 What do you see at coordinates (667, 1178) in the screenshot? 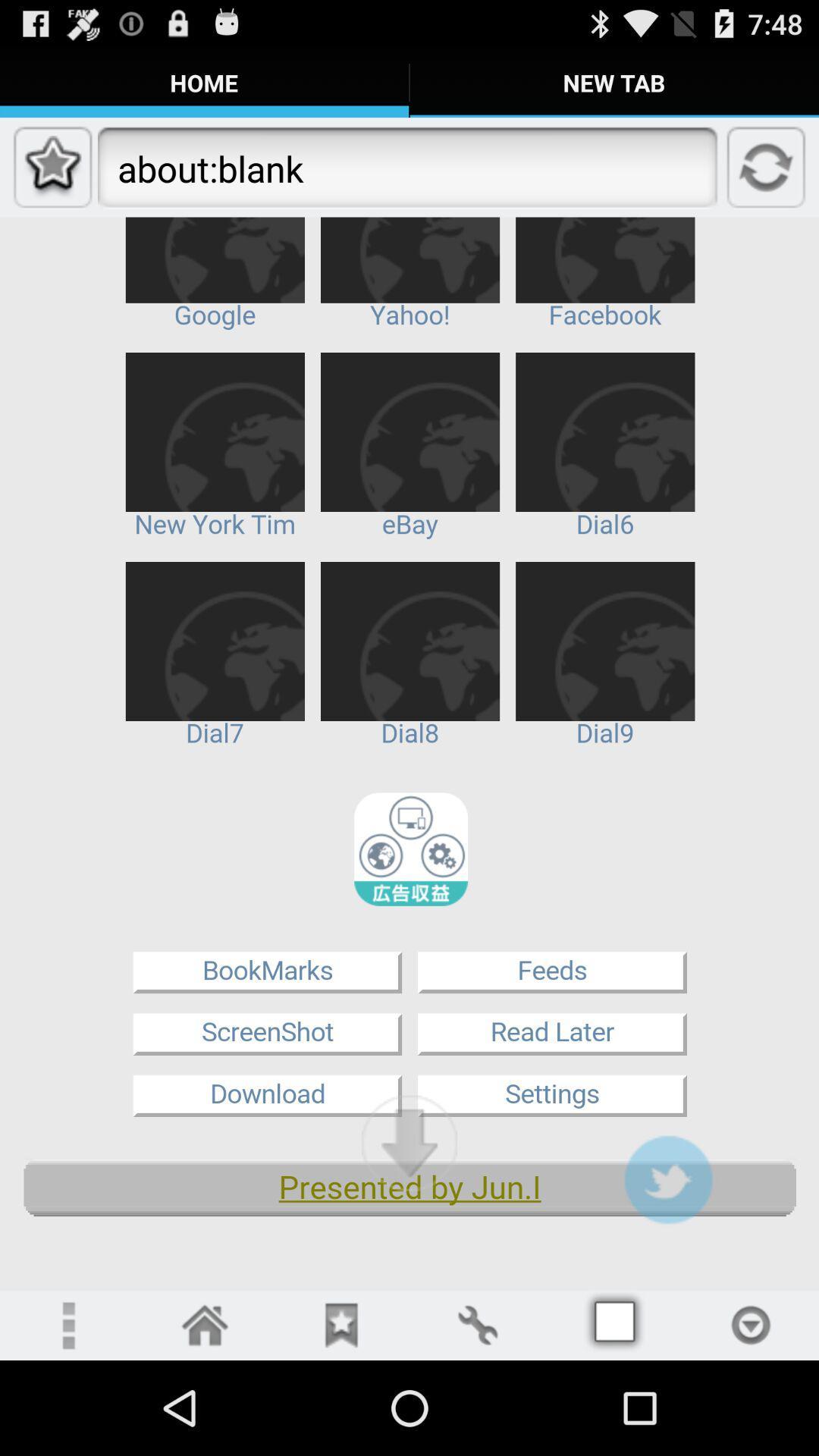
I see `twitter of image` at bounding box center [667, 1178].